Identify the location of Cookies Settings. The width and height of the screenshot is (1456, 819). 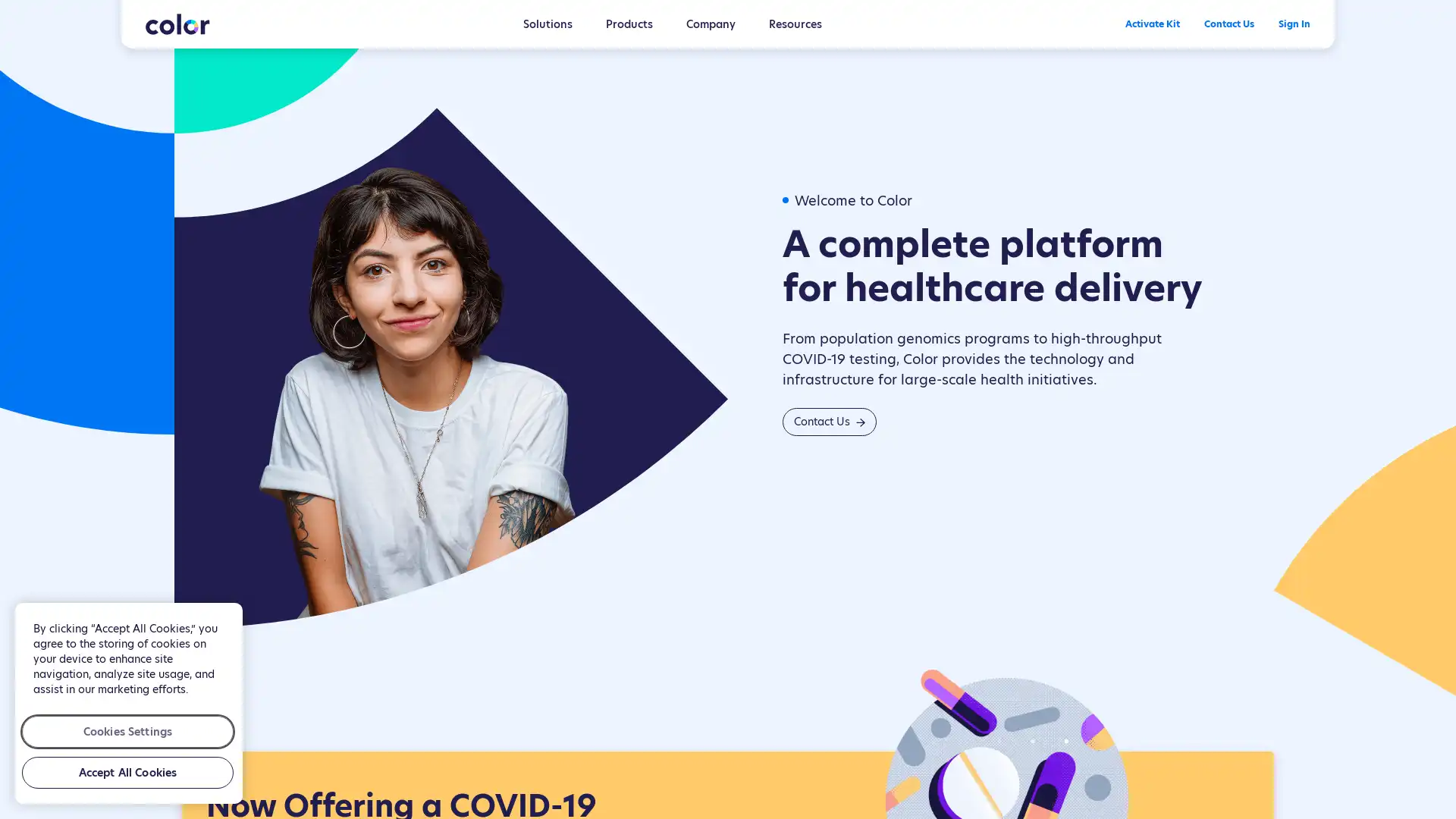
(127, 730).